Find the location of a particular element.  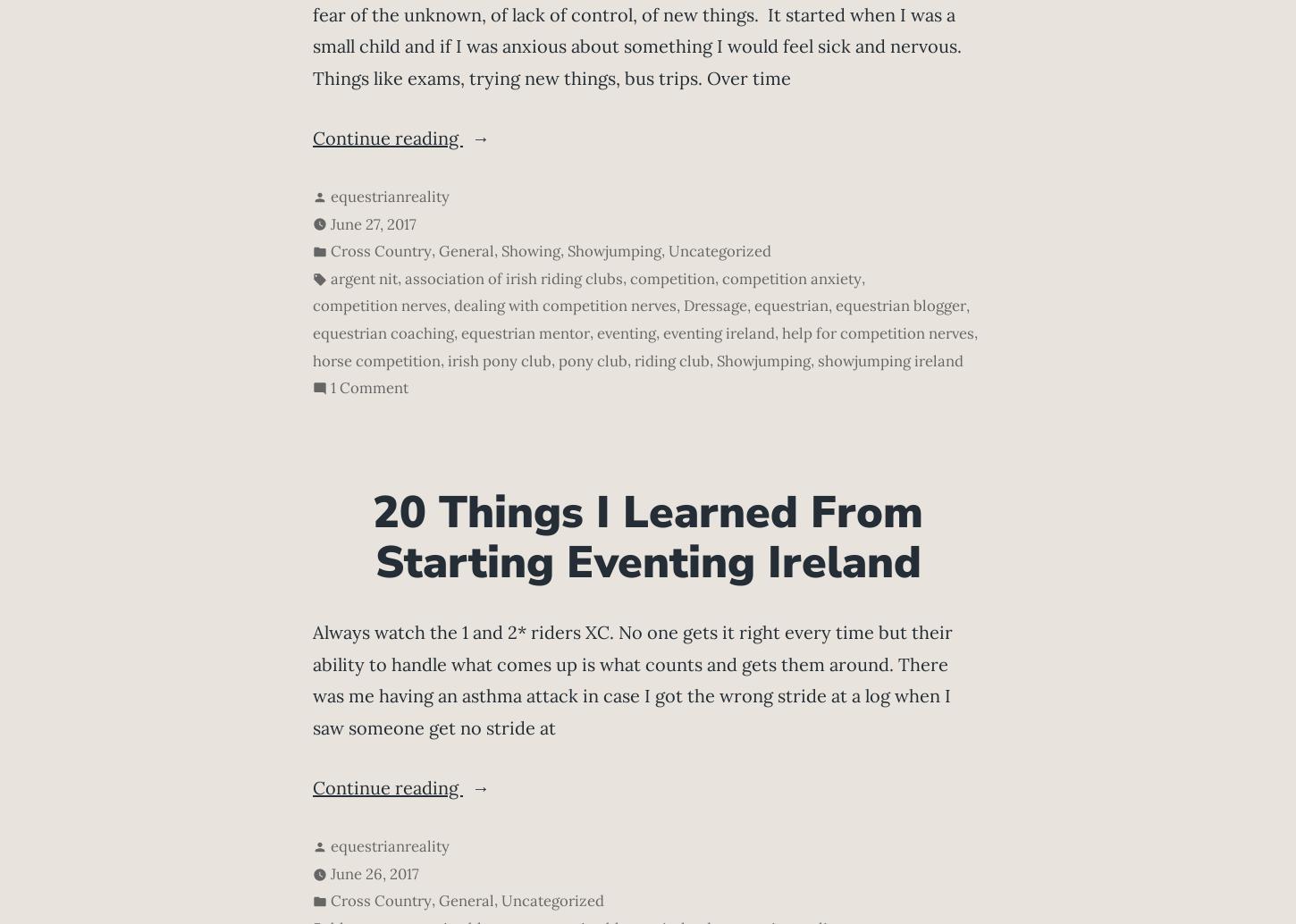

'equestrian blogger' is located at coordinates (901, 305).